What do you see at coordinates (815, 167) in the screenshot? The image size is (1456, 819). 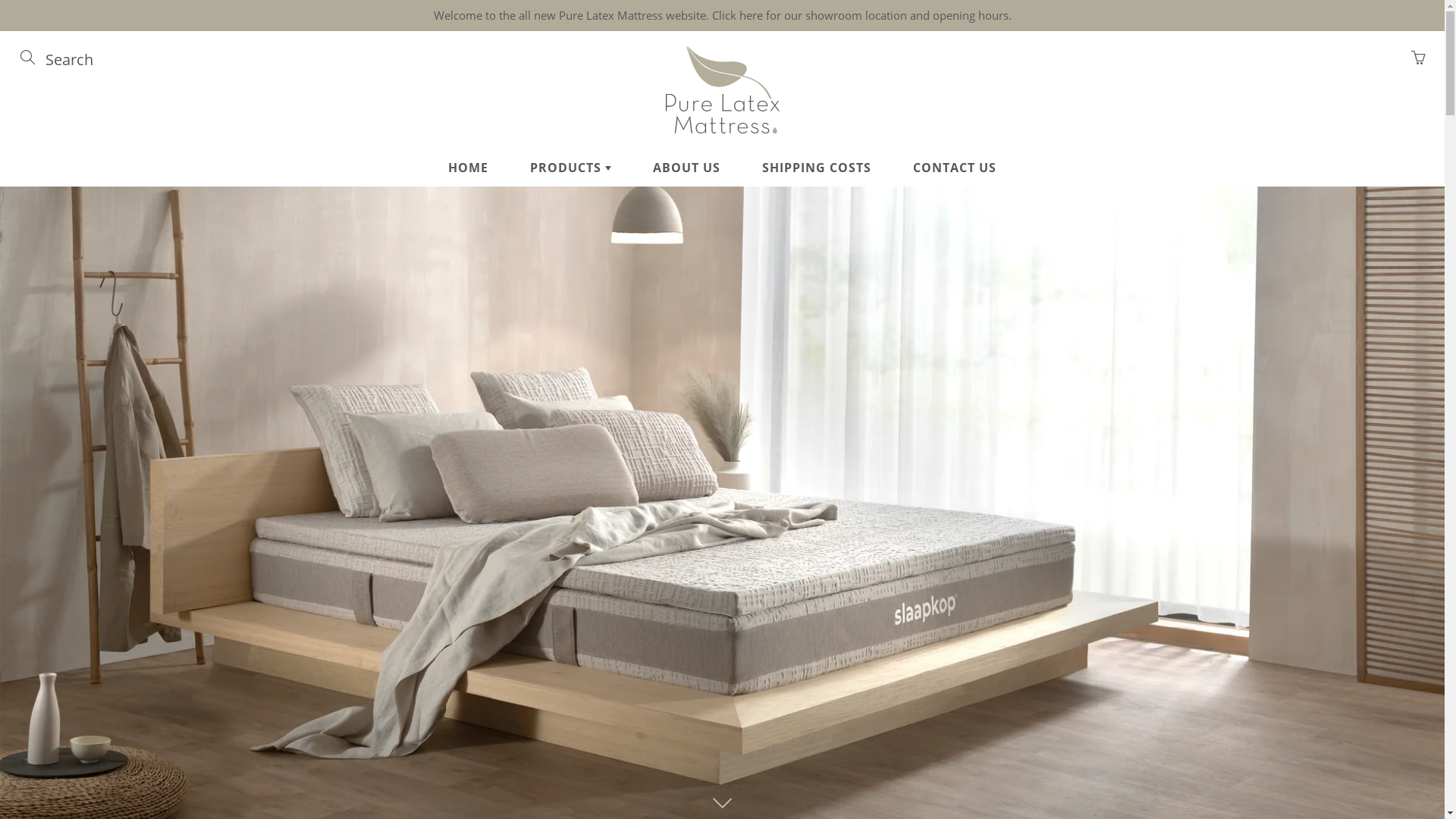 I see `'SHIPPING COSTS'` at bounding box center [815, 167].